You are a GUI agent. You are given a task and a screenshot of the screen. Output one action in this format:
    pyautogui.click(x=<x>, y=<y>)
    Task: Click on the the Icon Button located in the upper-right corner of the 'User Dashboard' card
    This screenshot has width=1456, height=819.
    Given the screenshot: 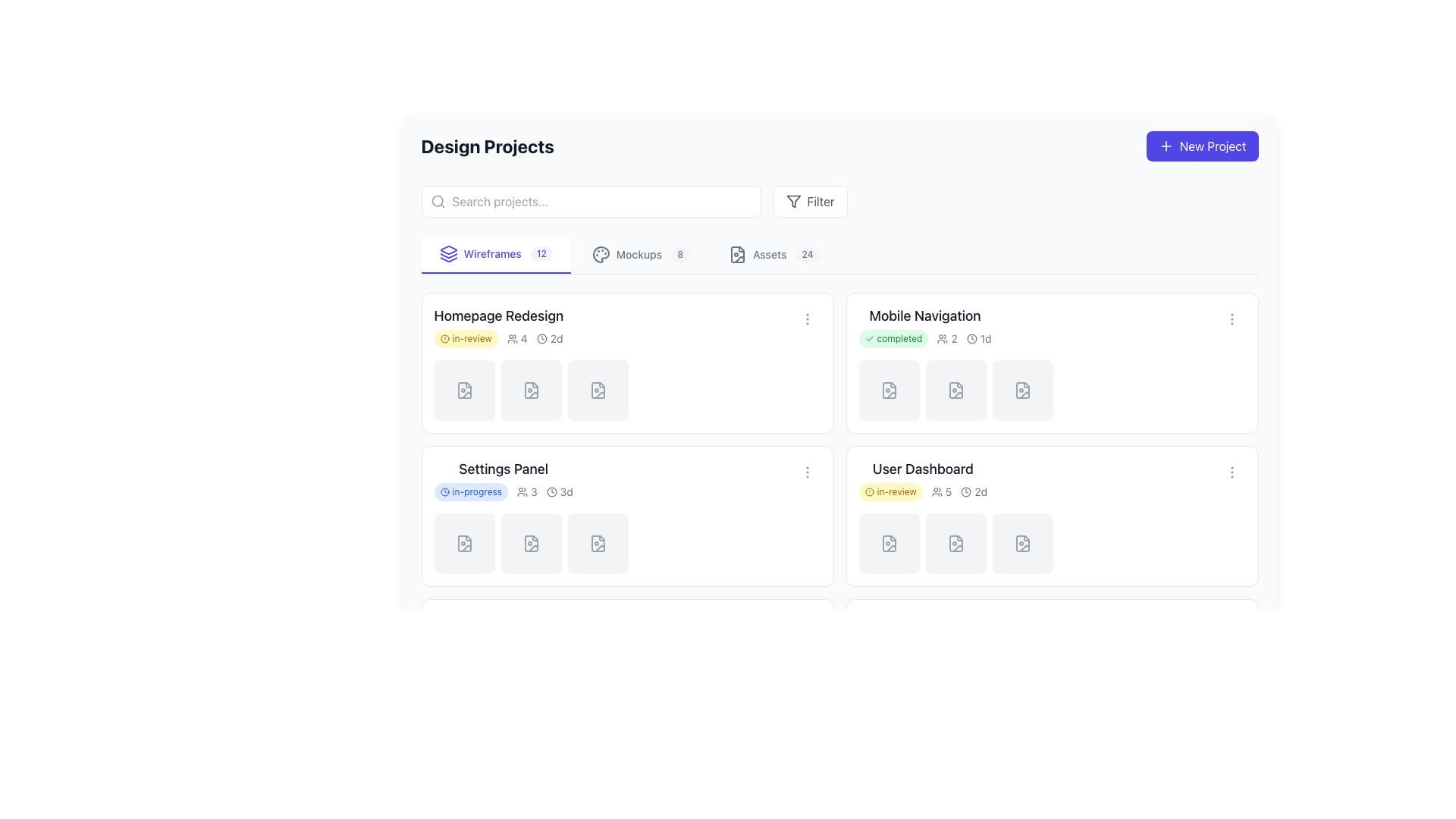 What is the action you would take?
    pyautogui.click(x=1232, y=472)
    